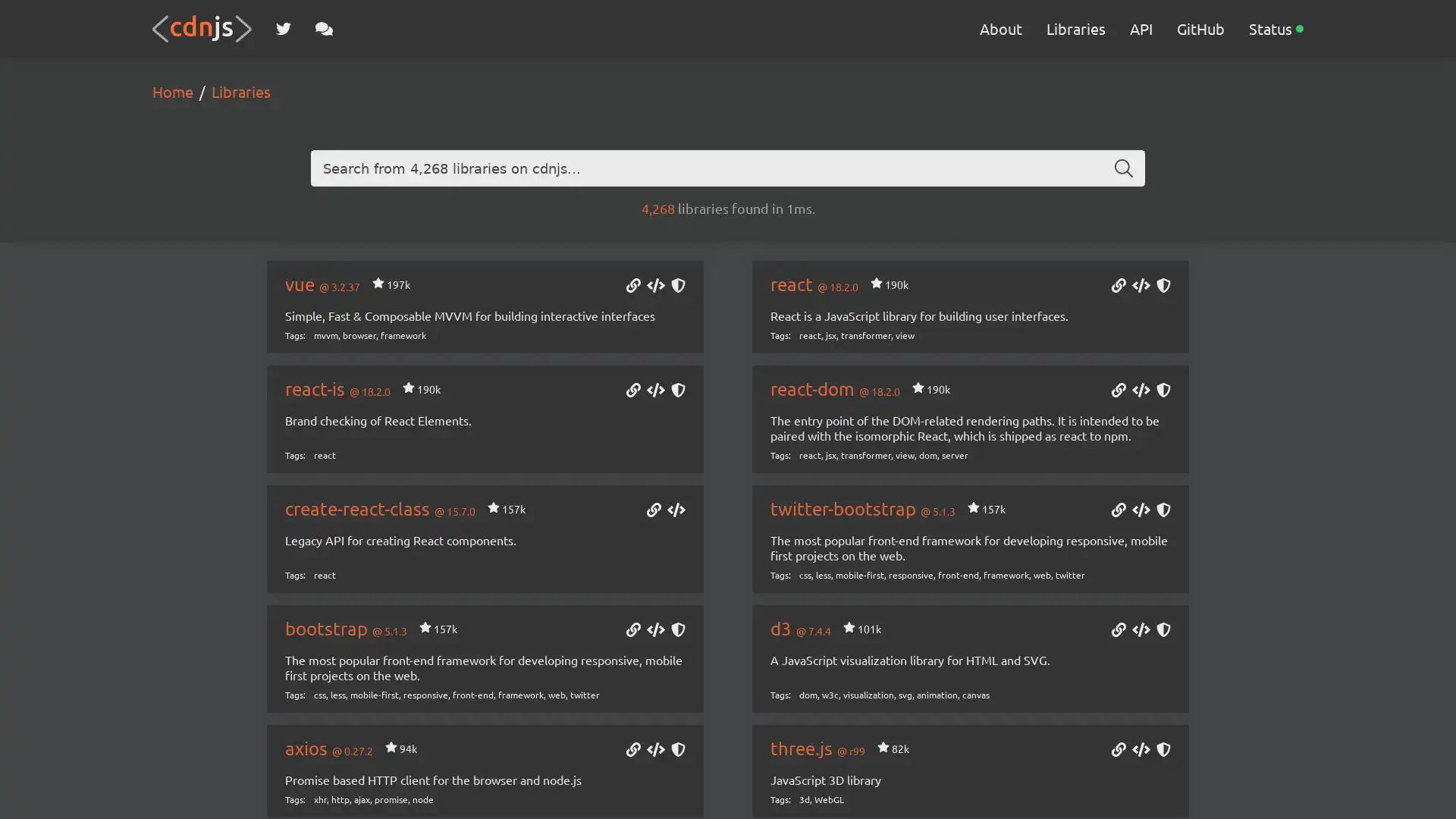 The height and width of the screenshot is (819, 1456). Describe the element at coordinates (632, 391) in the screenshot. I see `Copy URL` at that location.